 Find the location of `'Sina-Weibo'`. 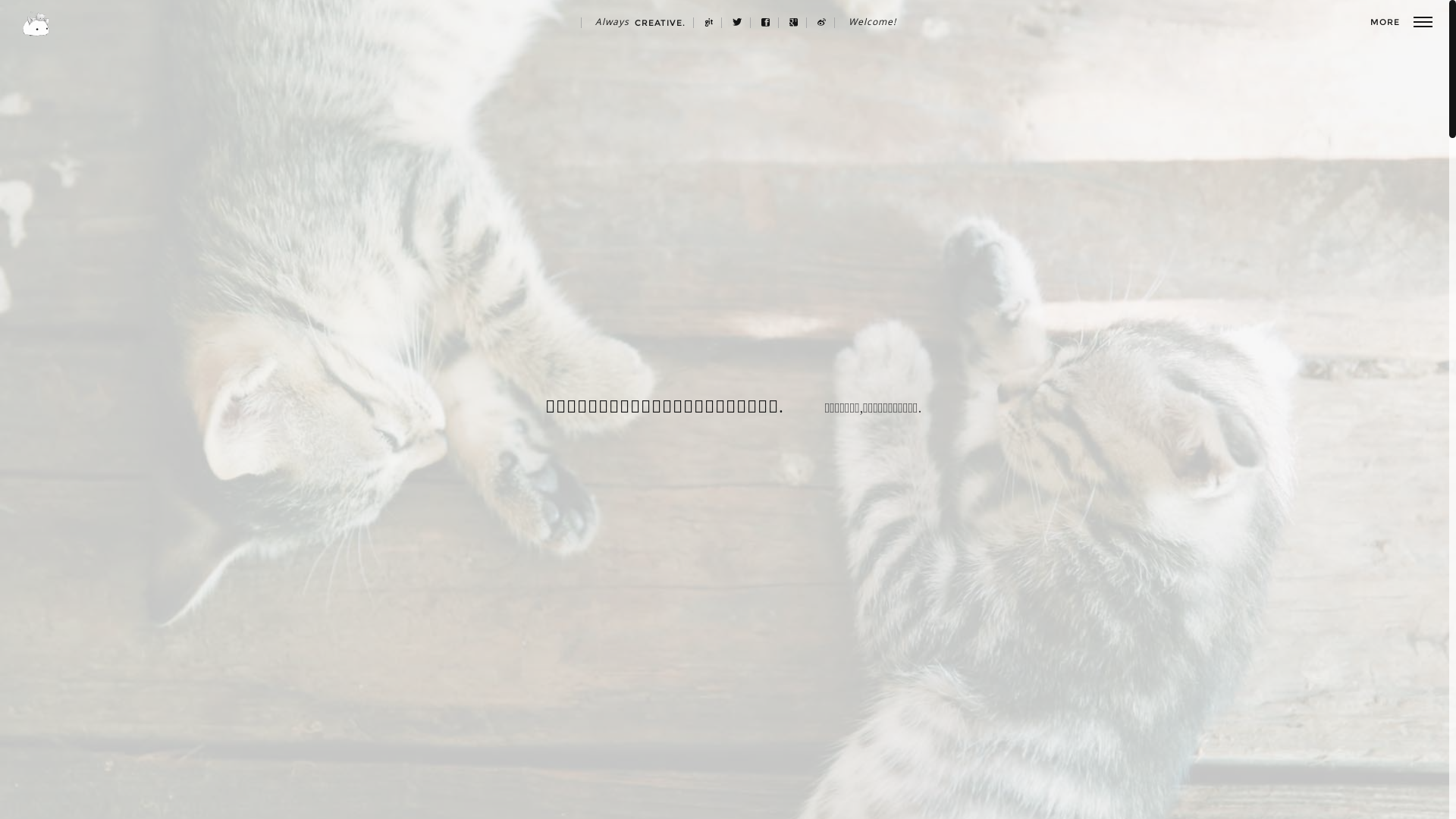

'Sina-Weibo' is located at coordinates (821, 23).